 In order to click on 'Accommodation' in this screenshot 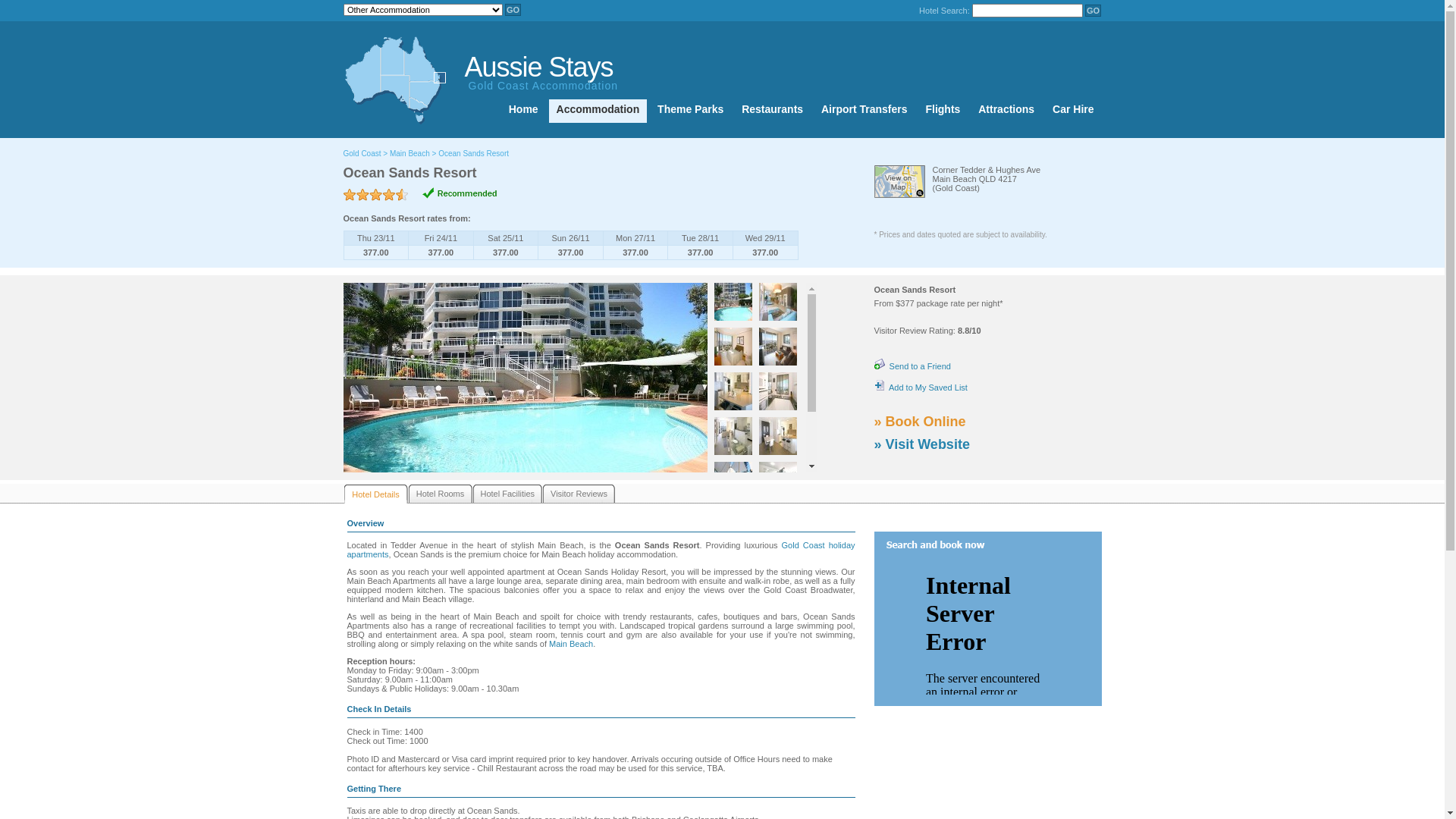, I will do `click(597, 110)`.